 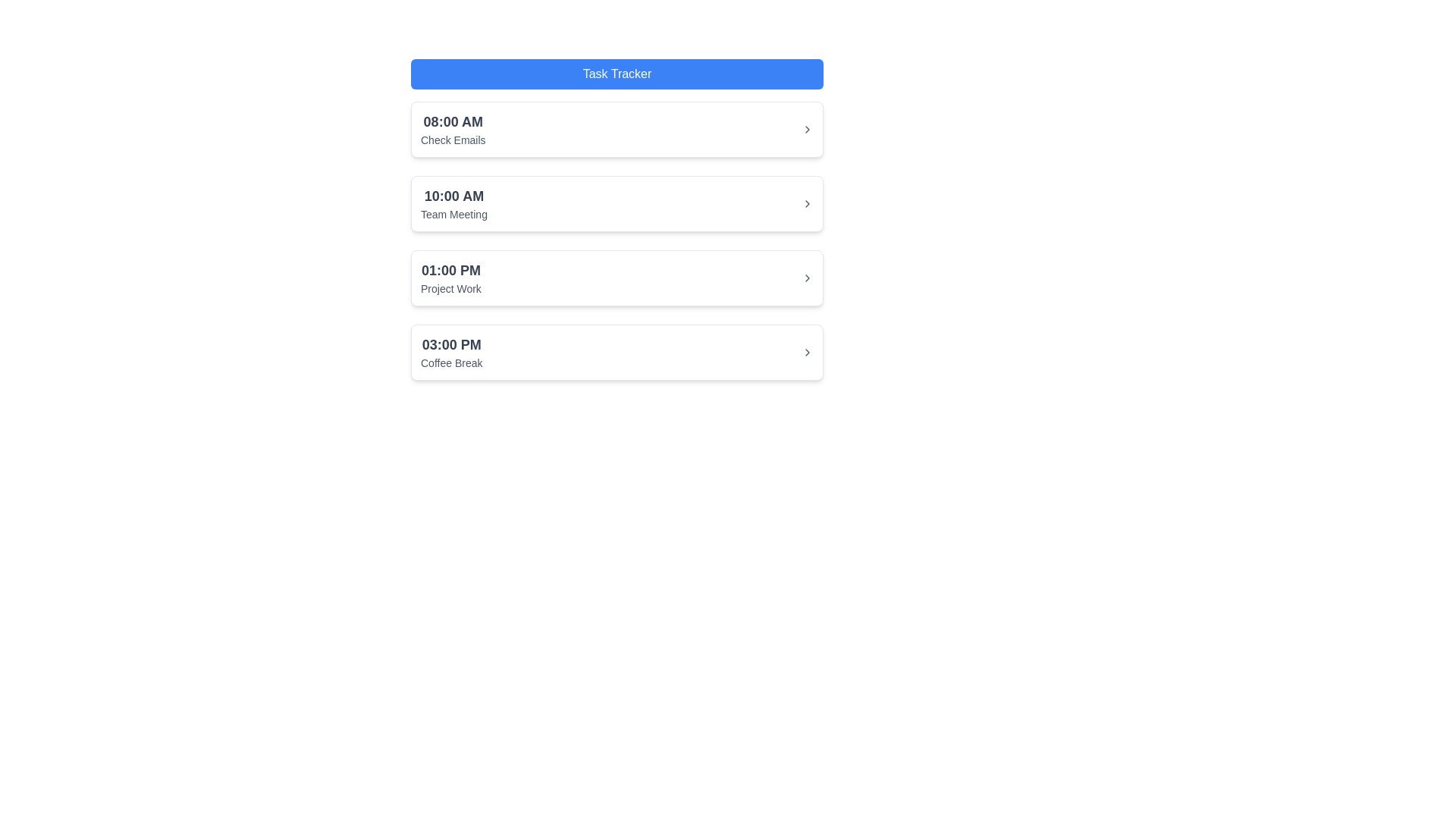 I want to click on contents of the Text module displaying the scheduled event's time ('08:00 AM') and description ('Check Emails'), located in the first row of the vertically stacked list of events, so click(x=452, y=128).